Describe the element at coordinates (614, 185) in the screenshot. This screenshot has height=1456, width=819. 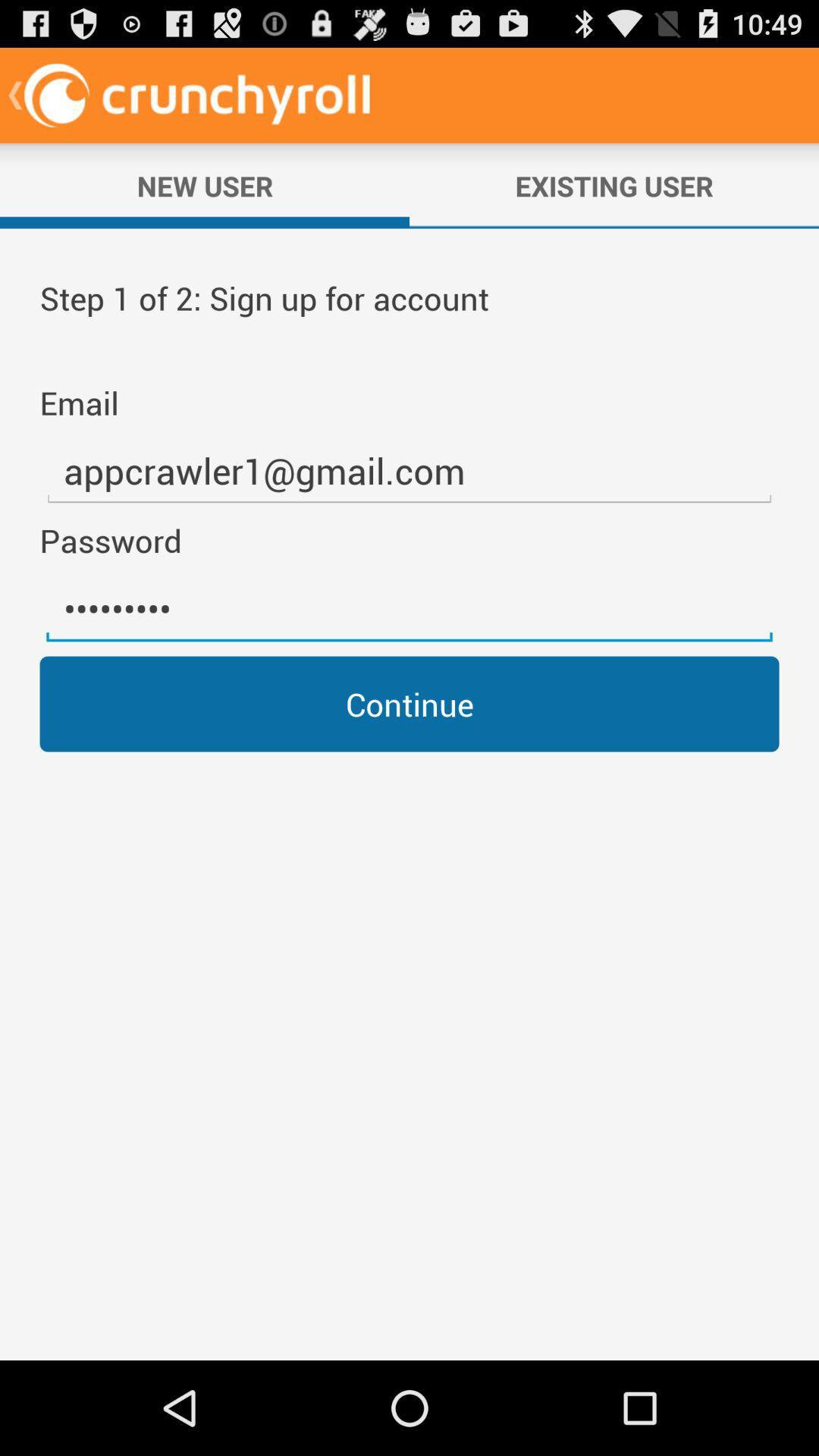
I see `the existing user at the top right corner` at that location.